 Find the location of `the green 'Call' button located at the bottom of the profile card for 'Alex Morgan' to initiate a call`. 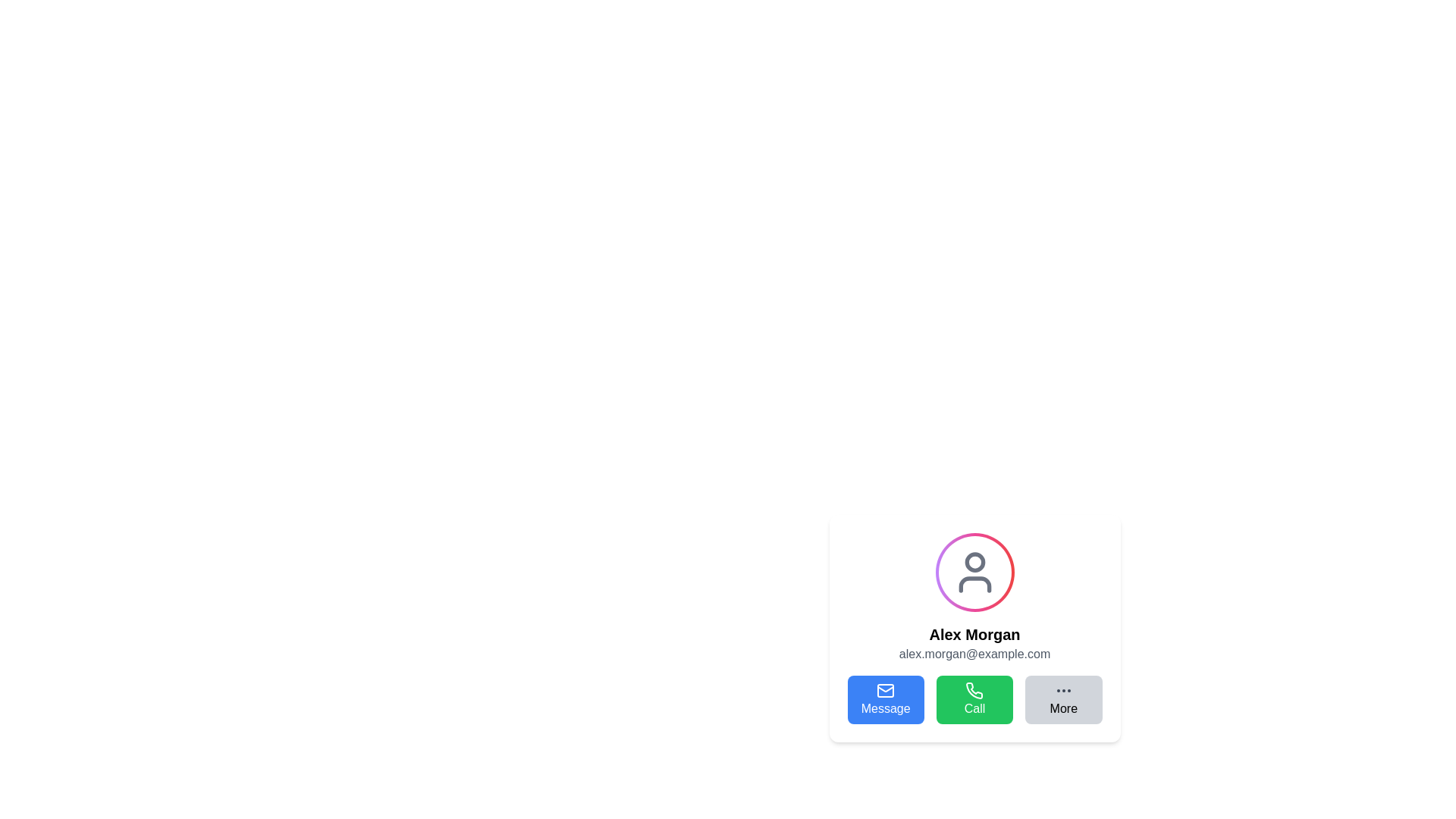

the green 'Call' button located at the bottom of the profile card for 'Alex Morgan' to initiate a call is located at coordinates (974, 699).